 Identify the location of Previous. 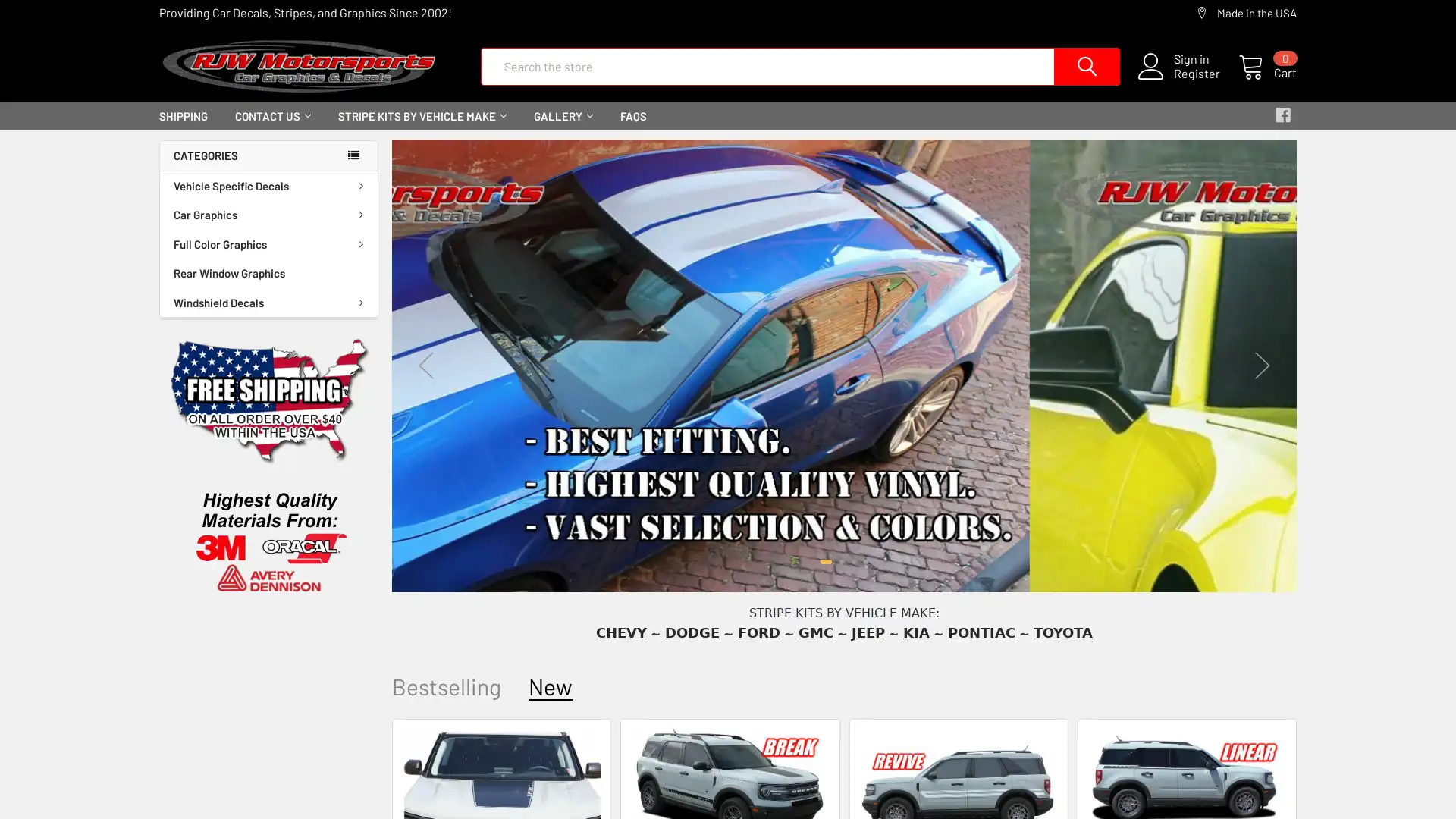
(425, 365).